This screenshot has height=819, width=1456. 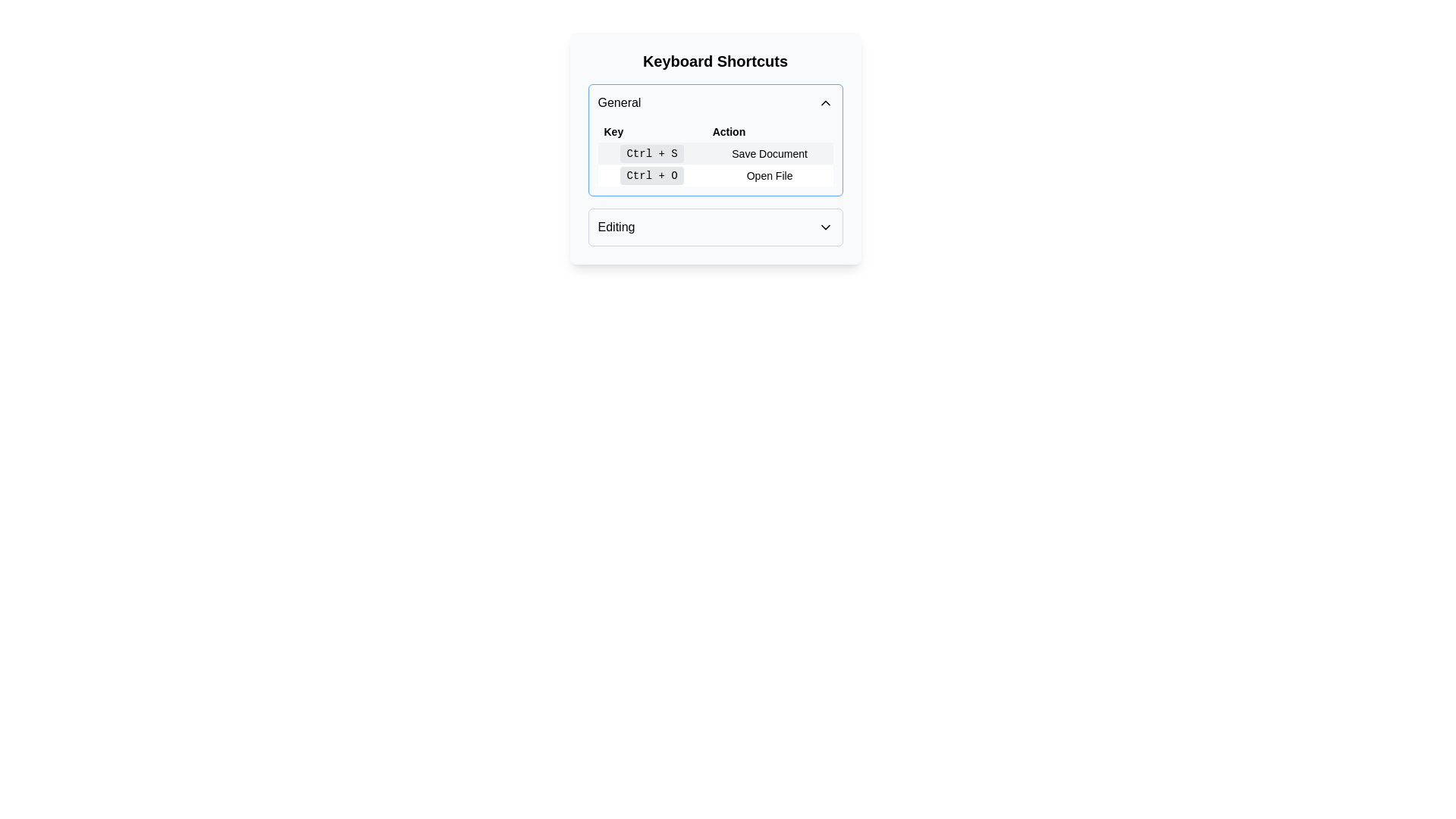 What do you see at coordinates (824, 227) in the screenshot?
I see `the downward-pointing chevron icon representing a dropdown selection, which is aligned to the right side of the 'Editing' text section` at bounding box center [824, 227].